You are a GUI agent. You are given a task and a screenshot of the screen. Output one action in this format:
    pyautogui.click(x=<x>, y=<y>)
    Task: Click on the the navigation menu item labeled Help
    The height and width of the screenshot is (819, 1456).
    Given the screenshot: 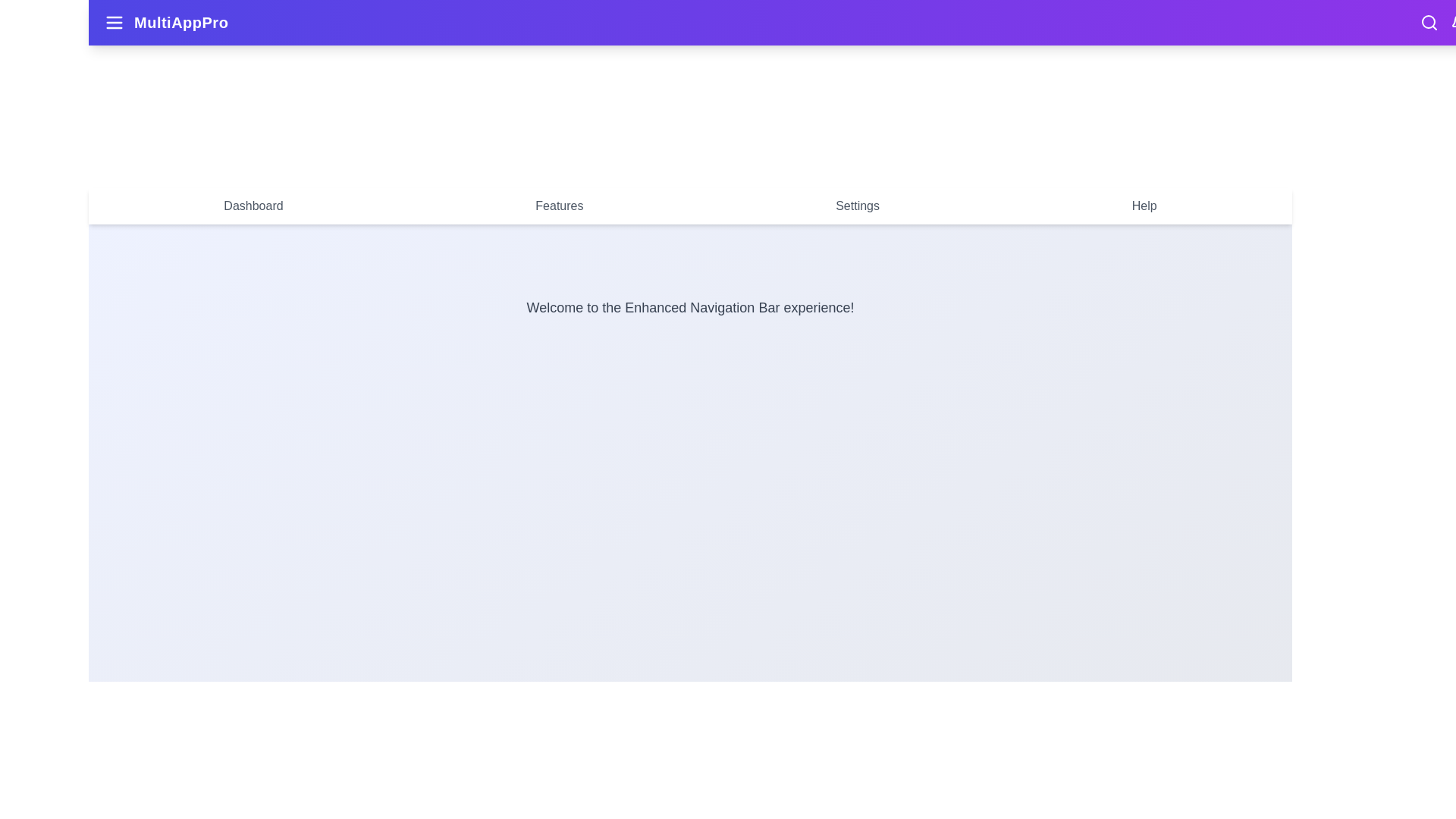 What is the action you would take?
    pyautogui.click(x=1144, y=206)
    